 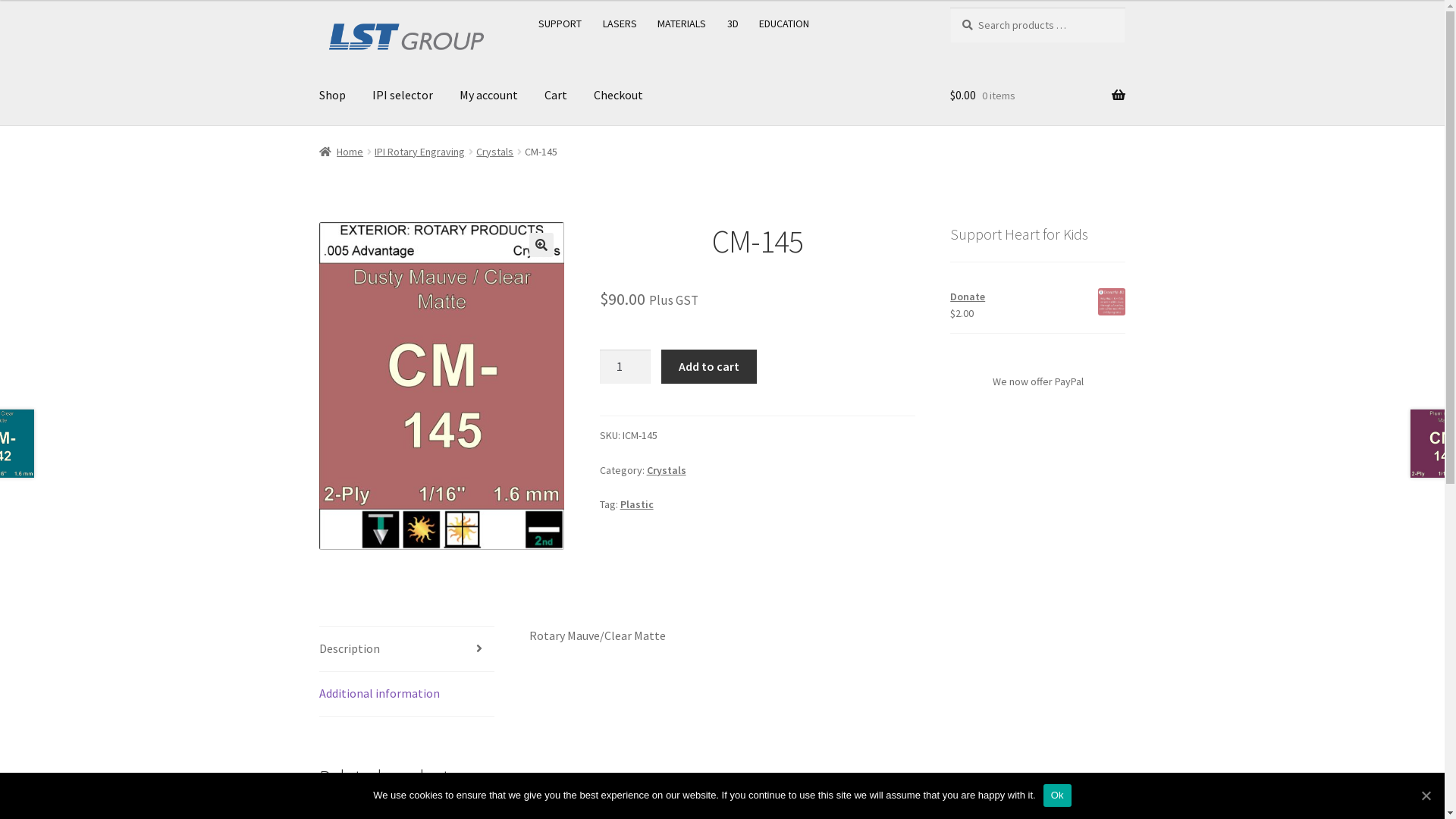 What do you see at coordinates (403, 96) in the screenshot?
I see `'IPI selector'` at bounding box center [403, 96].